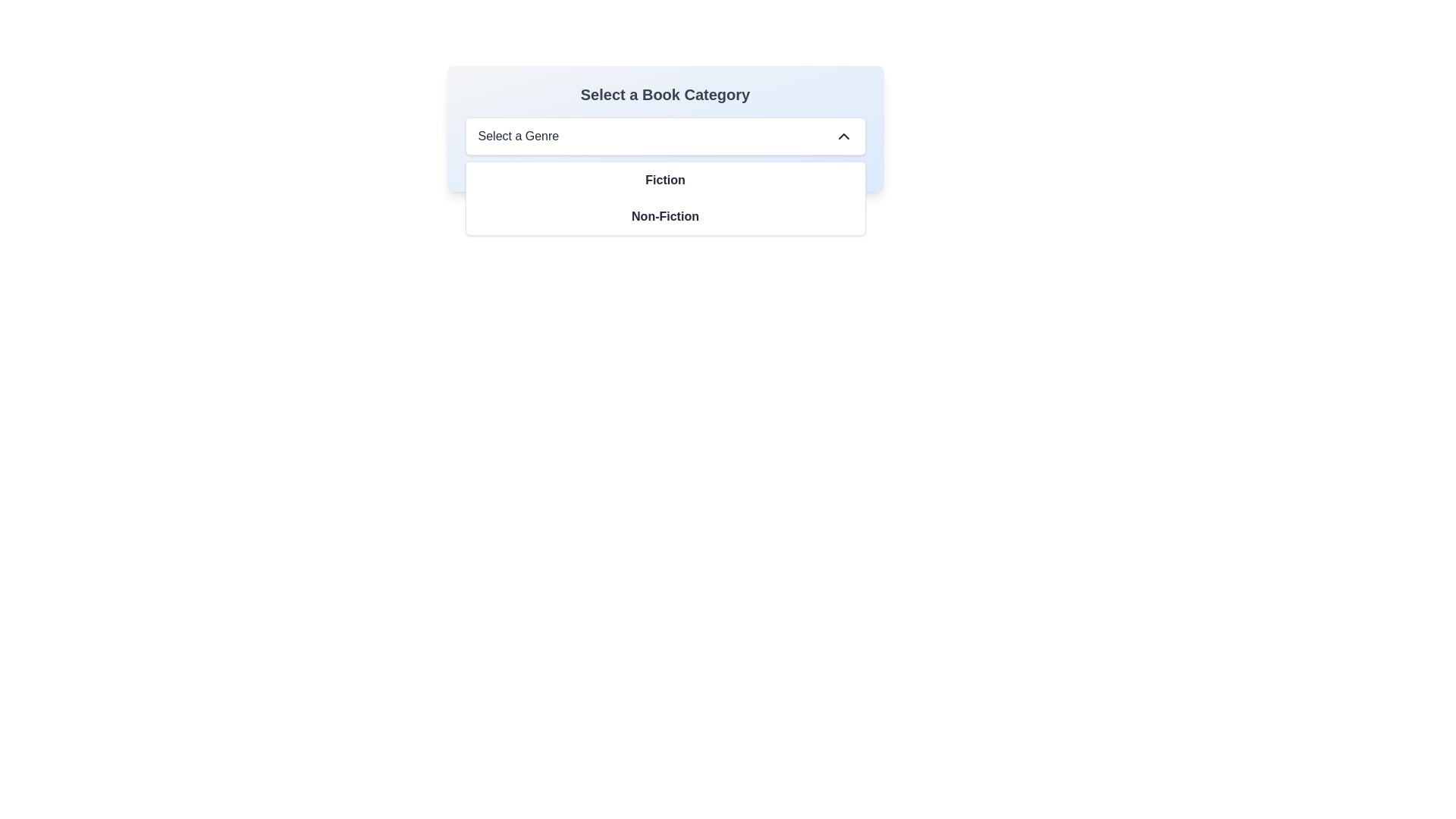 Image resolution: width=1456 pixels, height=819 pixels. Describe the element at coordinates (665, 180) in the screenshot. I see `the first option in the 'Select a Genre' drop-down menu` at that location.